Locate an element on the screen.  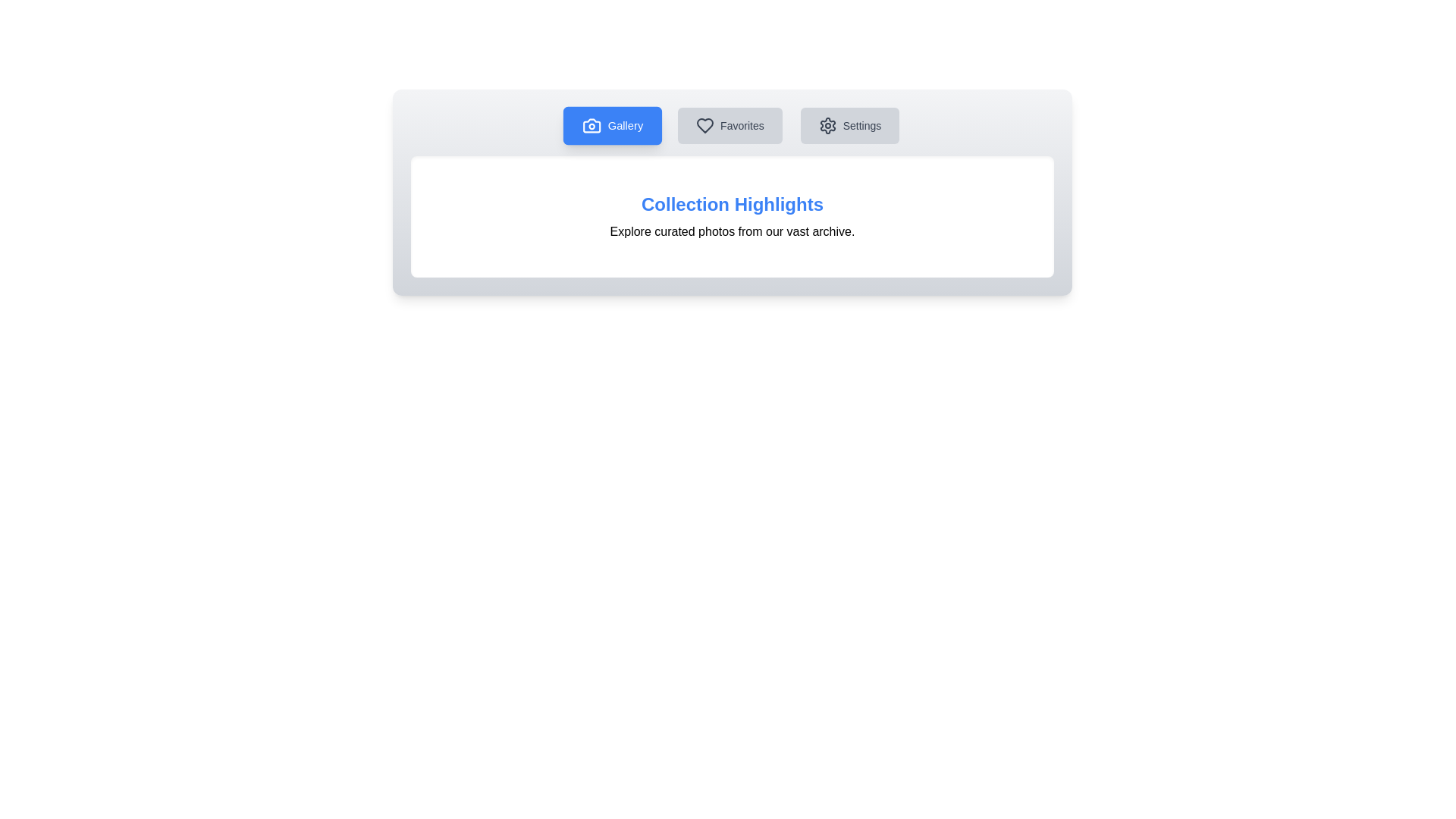
the Gallery button to inspect its functionality is located at coordinates (612, 124).